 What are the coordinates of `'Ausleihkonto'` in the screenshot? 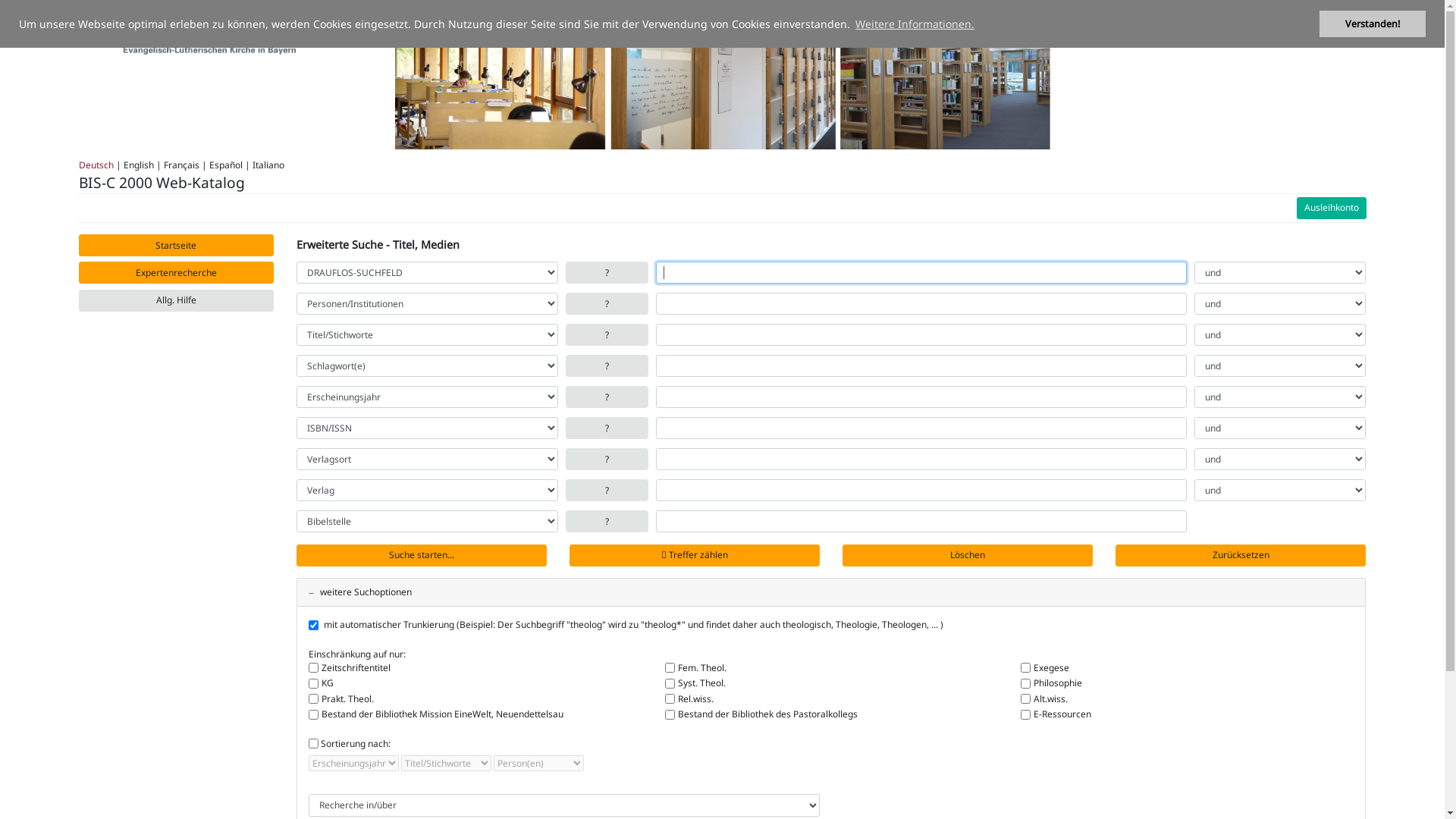 It's located at (1331, 208).